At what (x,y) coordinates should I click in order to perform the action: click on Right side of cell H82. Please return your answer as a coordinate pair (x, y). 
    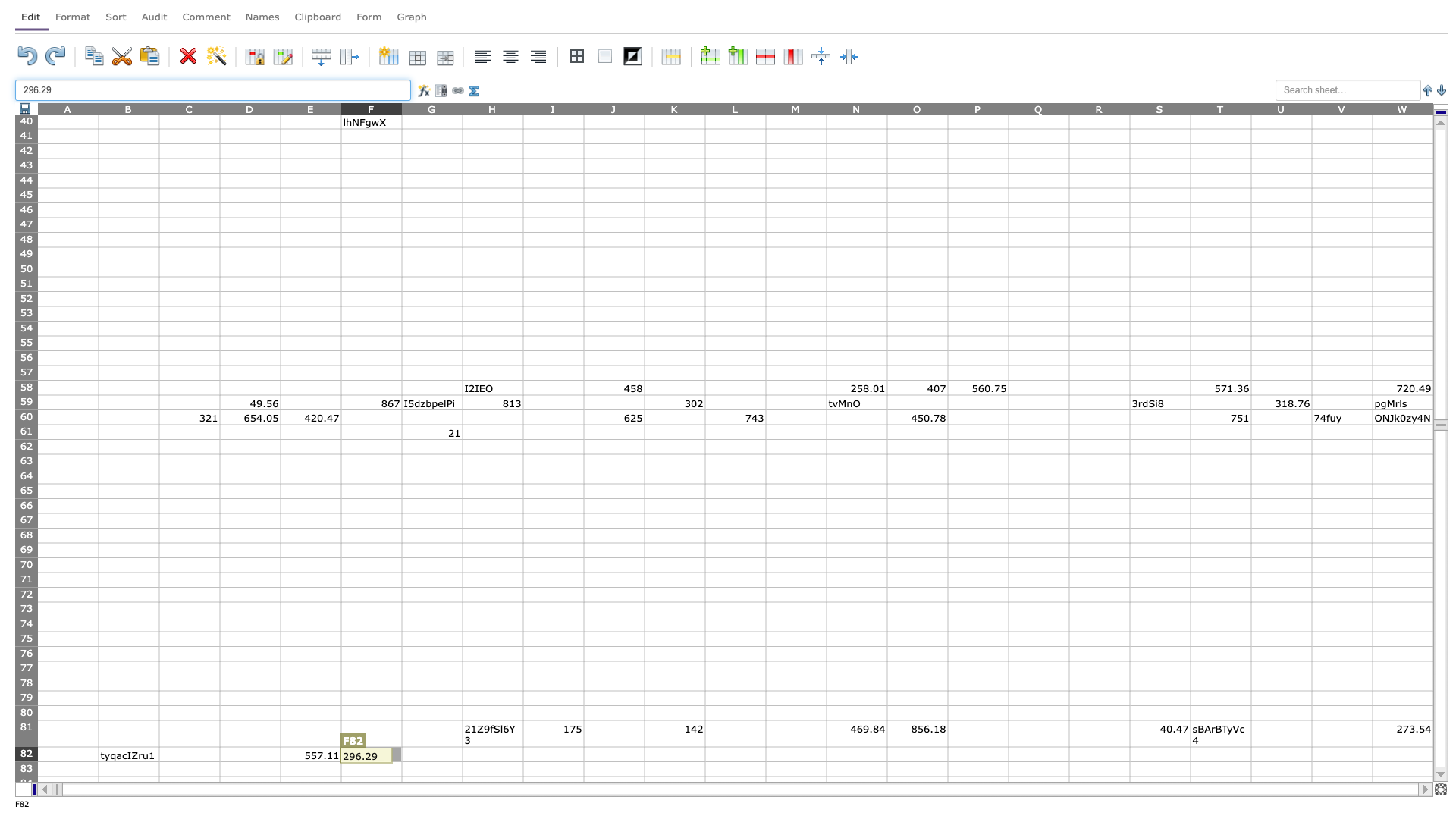
    Looking at the image, I should click on (523, 754).